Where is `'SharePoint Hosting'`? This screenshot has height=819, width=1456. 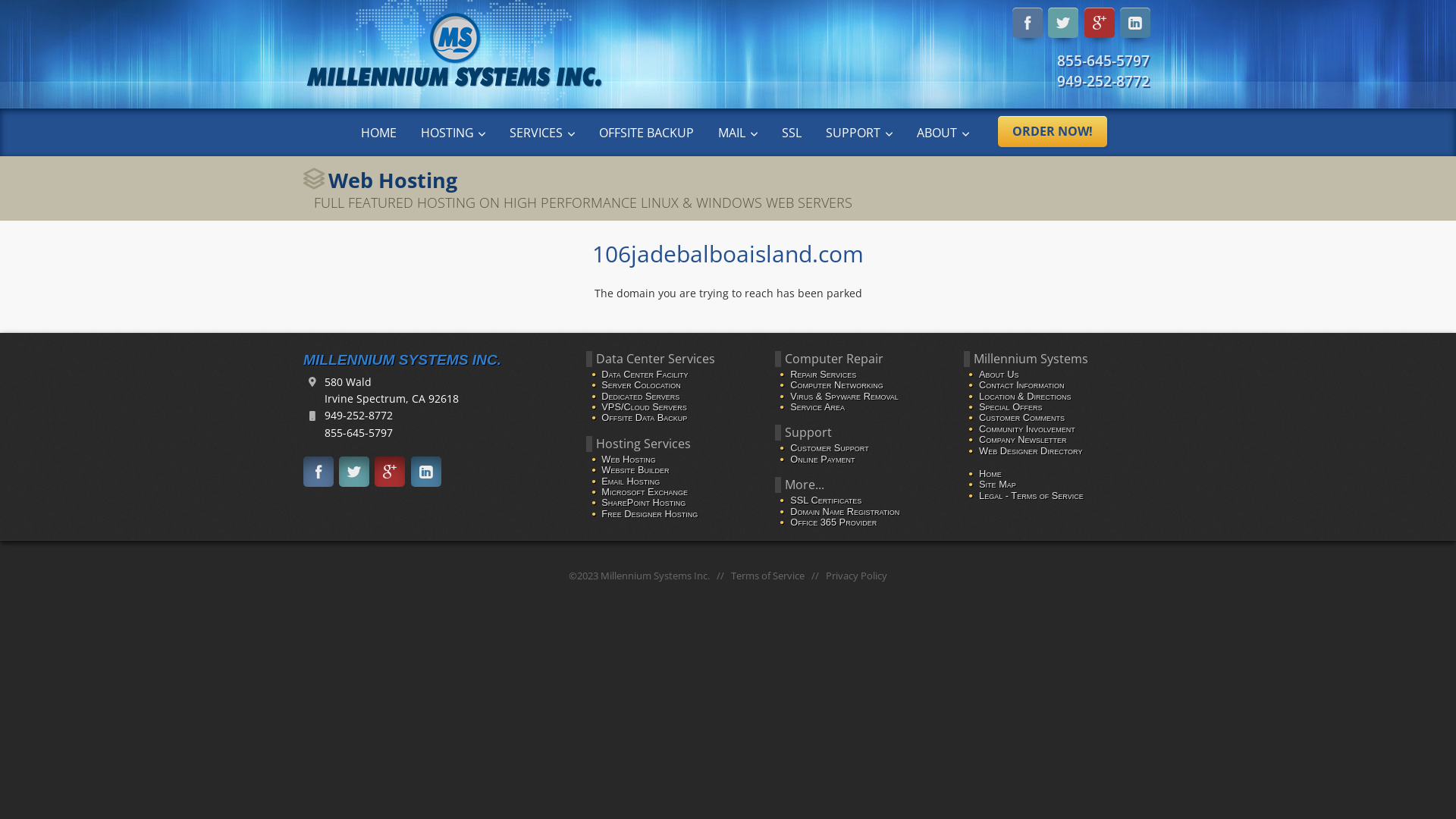 'SharePoint Hosting' is located at coordinates (643, 502).